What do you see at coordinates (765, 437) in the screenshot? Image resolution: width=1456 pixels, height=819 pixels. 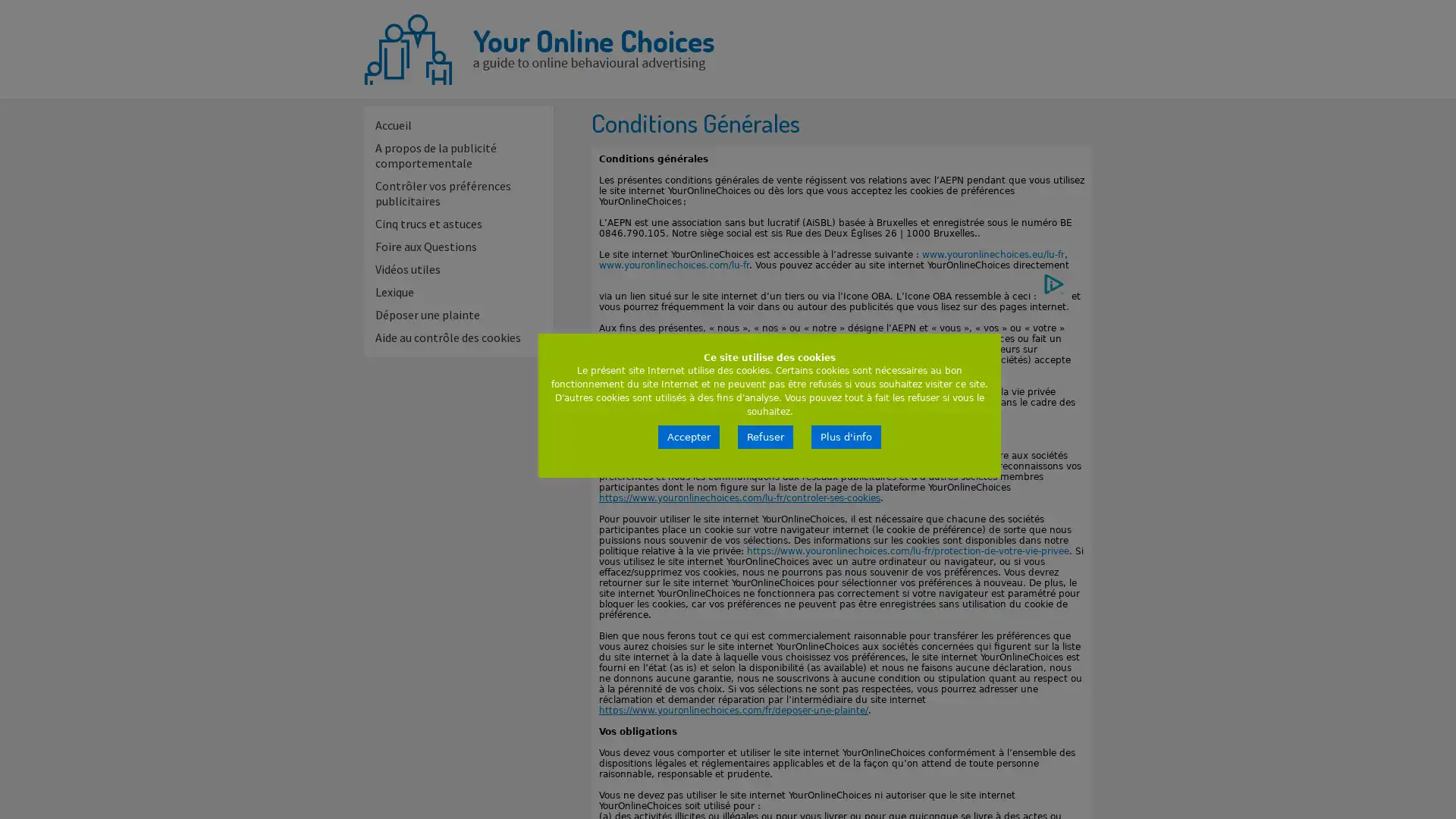 I see `Refuser` at bounding box center [765, 437].